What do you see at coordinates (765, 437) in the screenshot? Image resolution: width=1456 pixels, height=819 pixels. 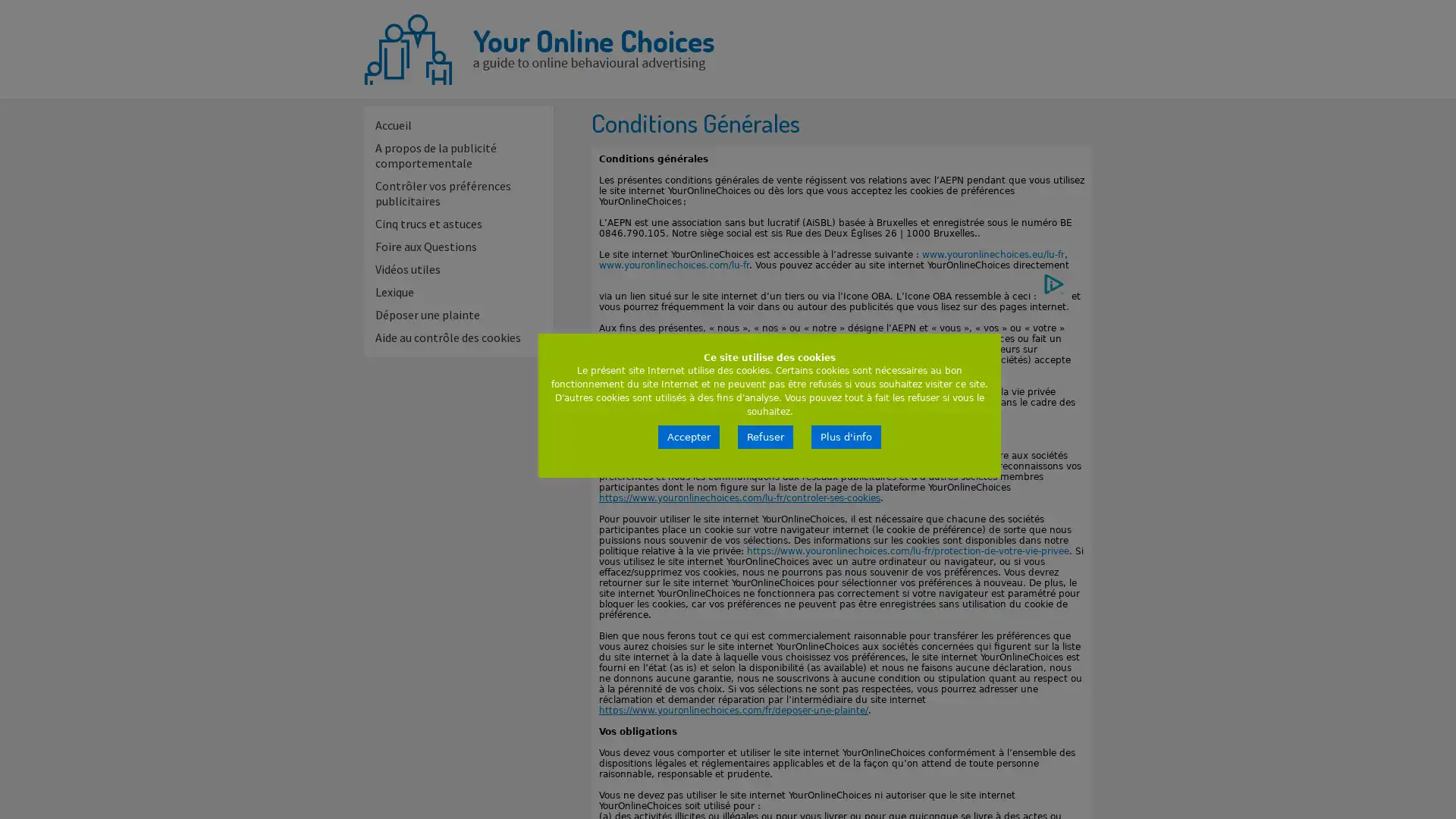 I see `Refuser` at bounding box center [765, 437].